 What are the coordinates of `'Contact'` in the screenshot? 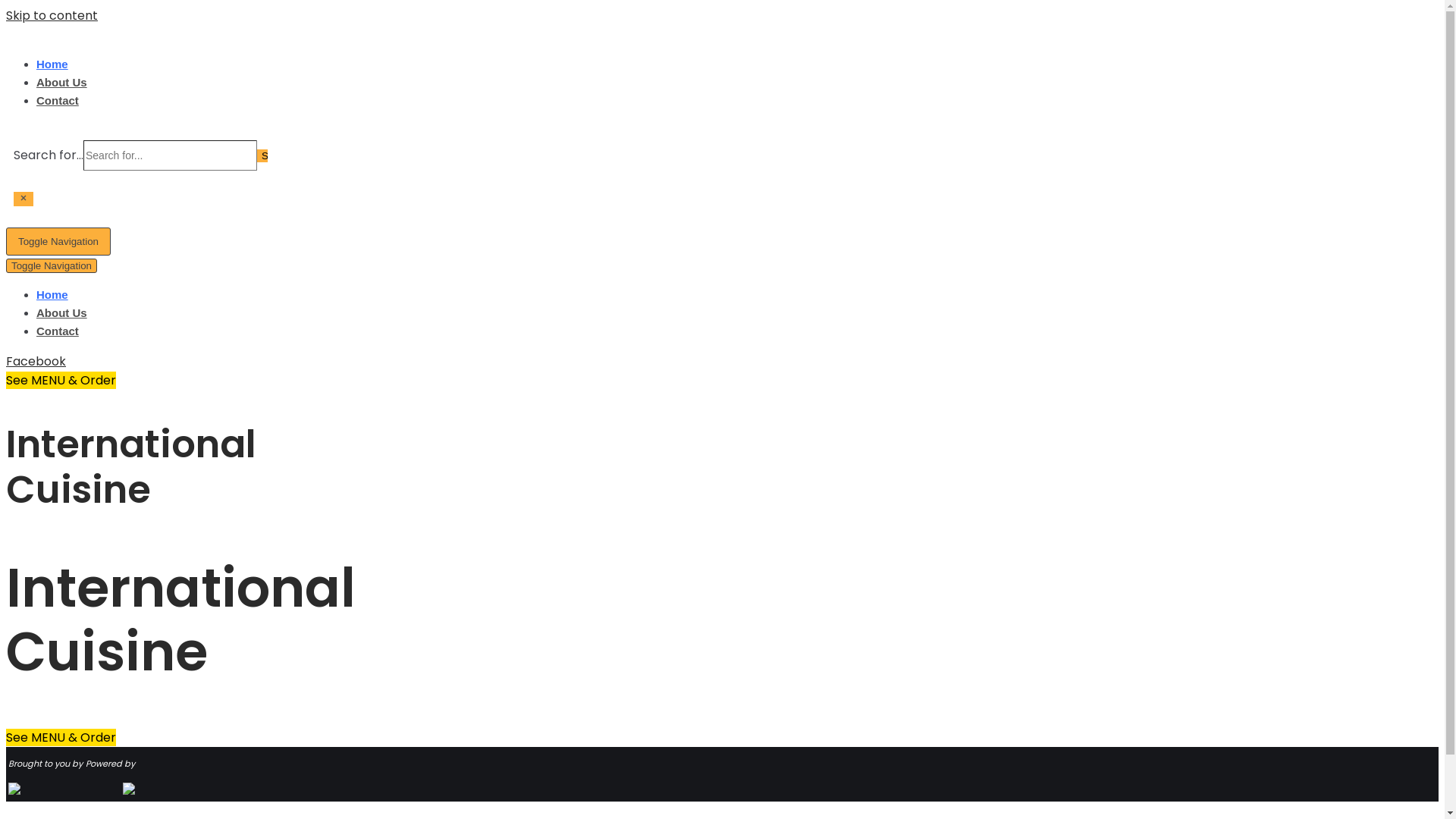 It's located at (58, 330).